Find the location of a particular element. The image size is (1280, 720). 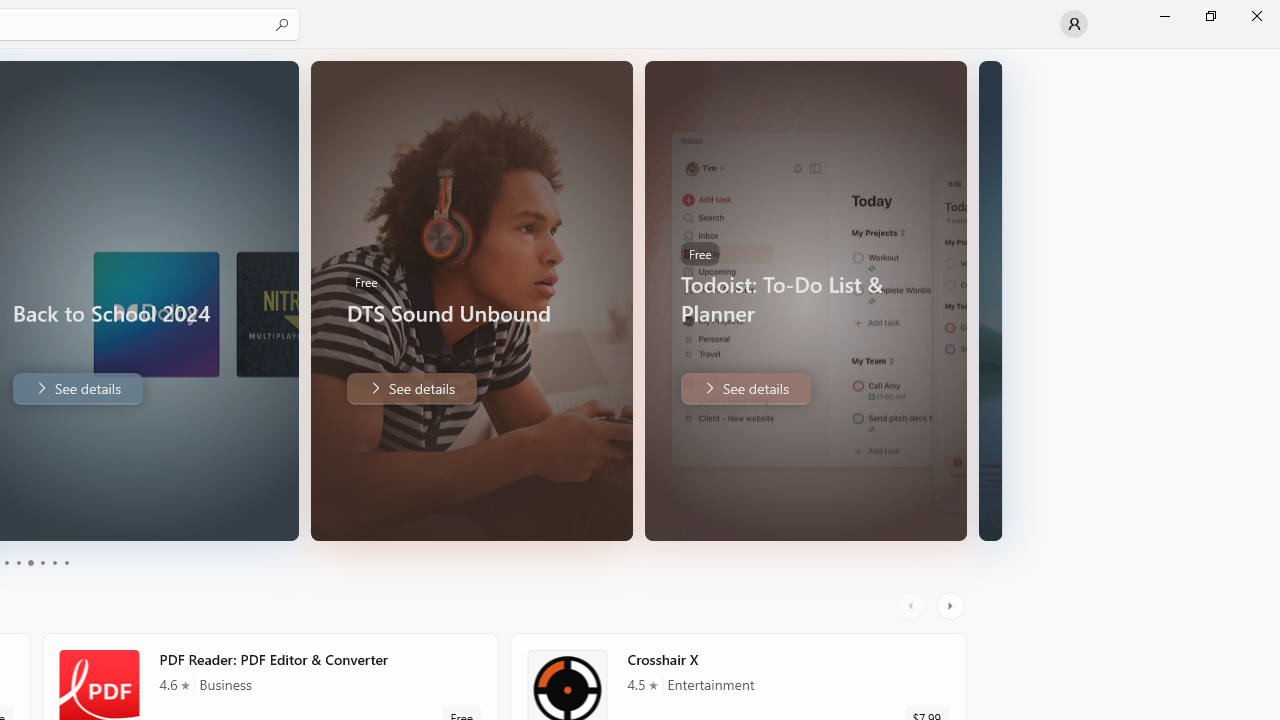

'AutomationID: LeftScrollButton' is located at coordinates (912, 605).